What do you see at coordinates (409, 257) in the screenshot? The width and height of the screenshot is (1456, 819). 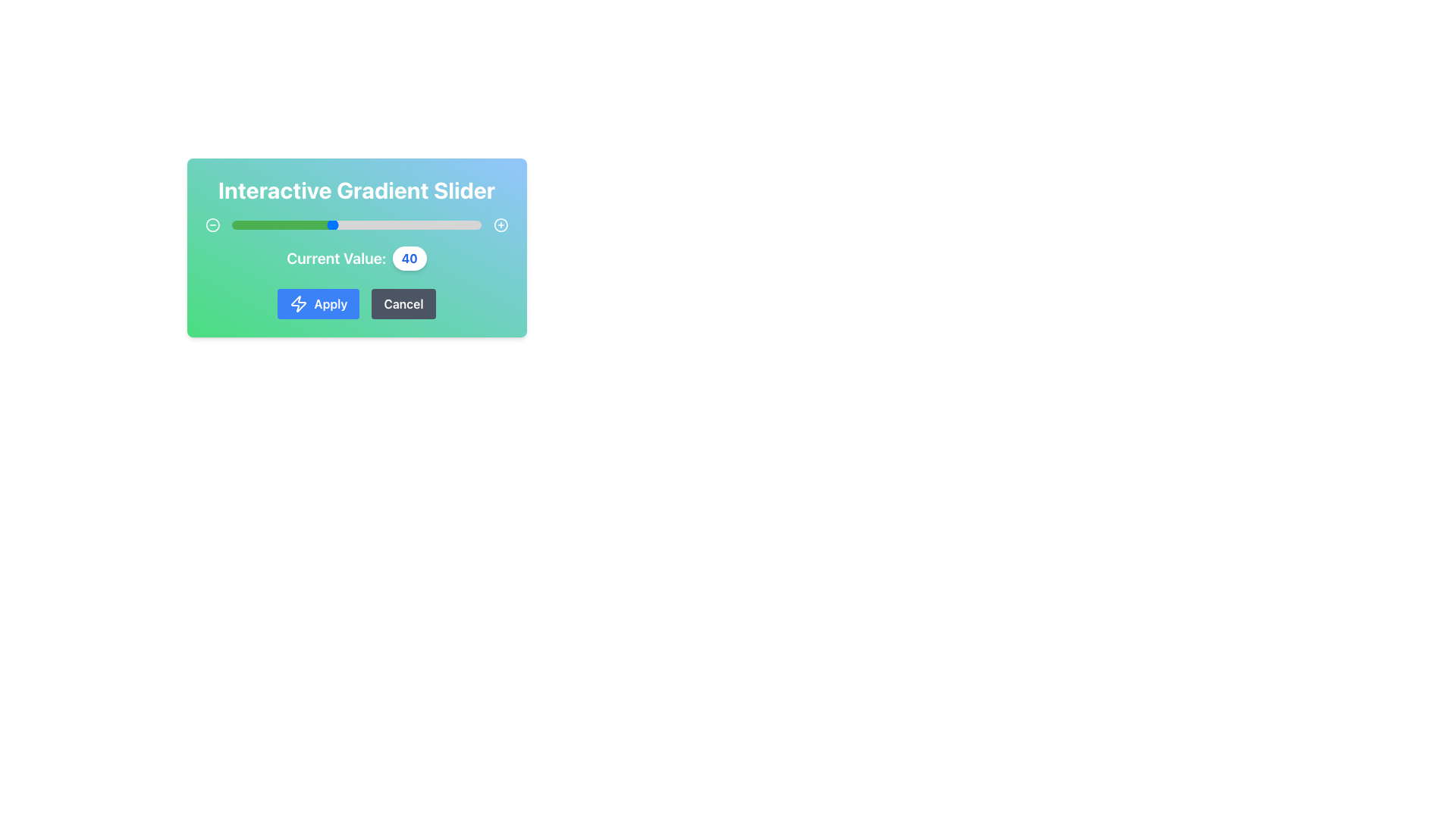 I see `the label displaying the number '40' in a bold blue font, which is prominently located beside the text 'Current Value:'` at bounding box center [409, 257].